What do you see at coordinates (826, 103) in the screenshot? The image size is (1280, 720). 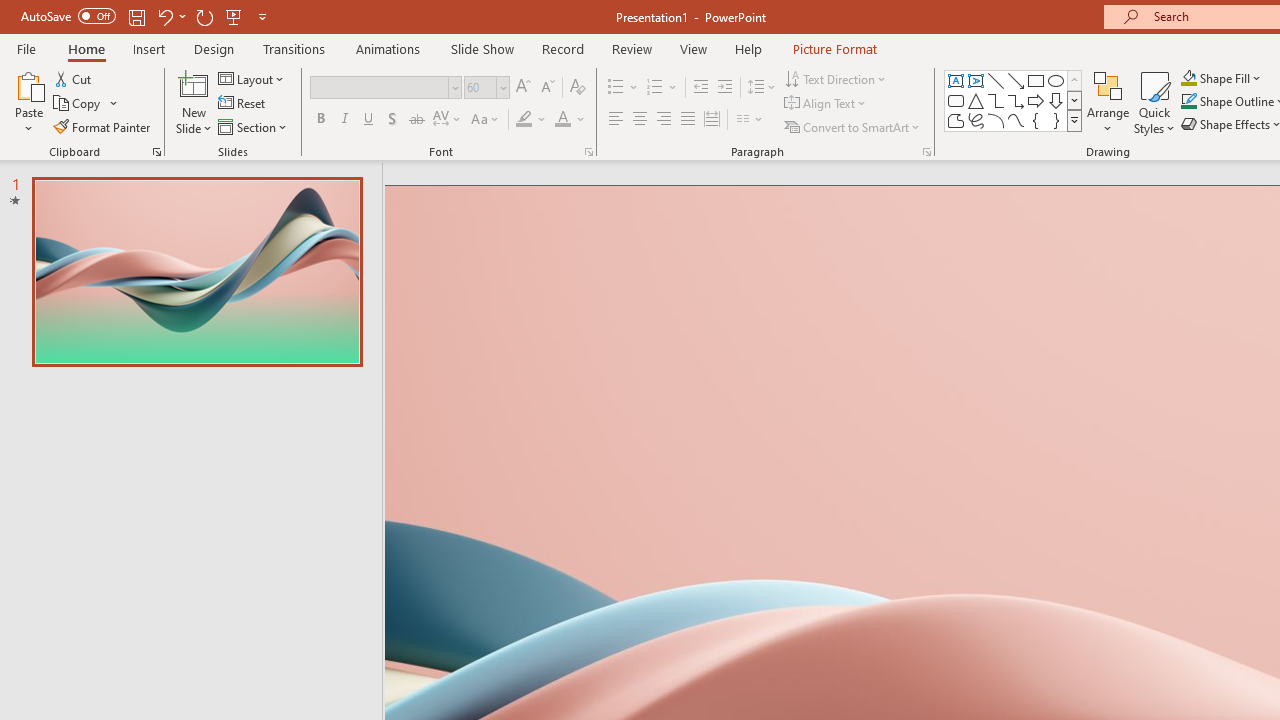 I see `'Align Text'` at bounding box center [826, 103].